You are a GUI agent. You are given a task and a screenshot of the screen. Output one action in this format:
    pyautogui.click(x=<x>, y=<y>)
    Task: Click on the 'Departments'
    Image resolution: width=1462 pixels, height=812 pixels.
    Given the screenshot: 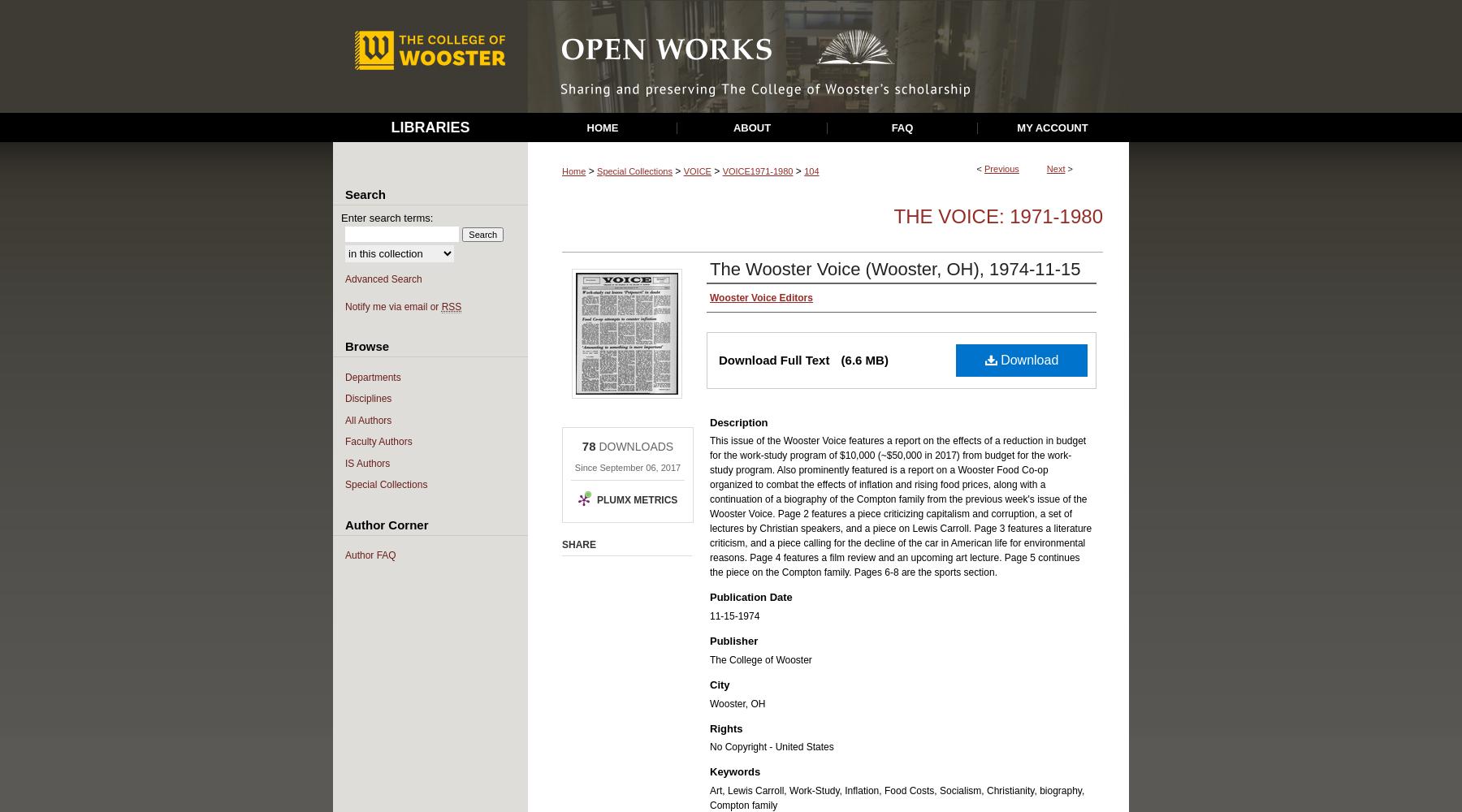 What is the action you would take?
    pyautogui.click(x=372, y=376)
    